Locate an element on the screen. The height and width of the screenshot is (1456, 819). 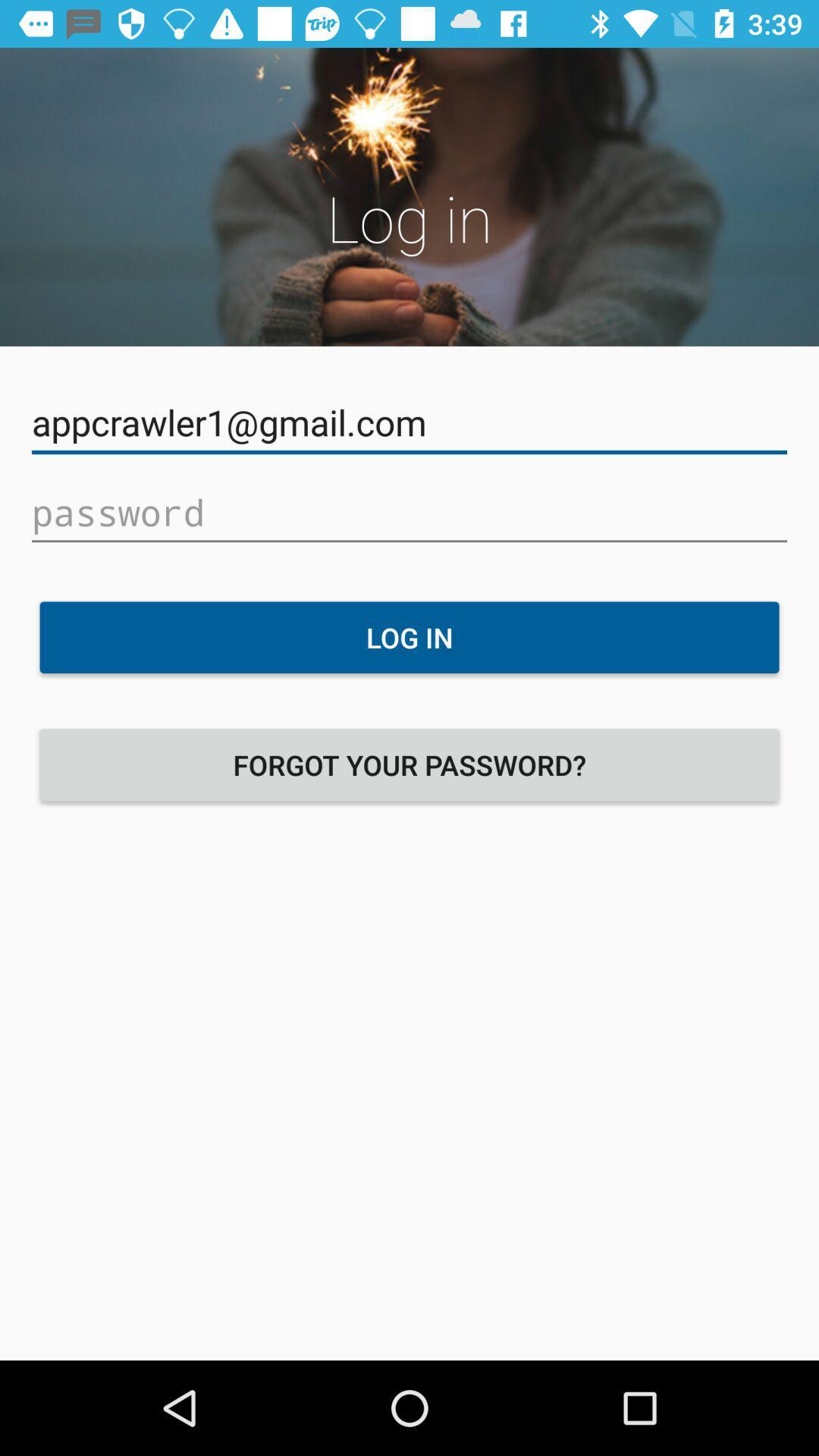
the item above the log in icon is located at coordinates (409, 513).